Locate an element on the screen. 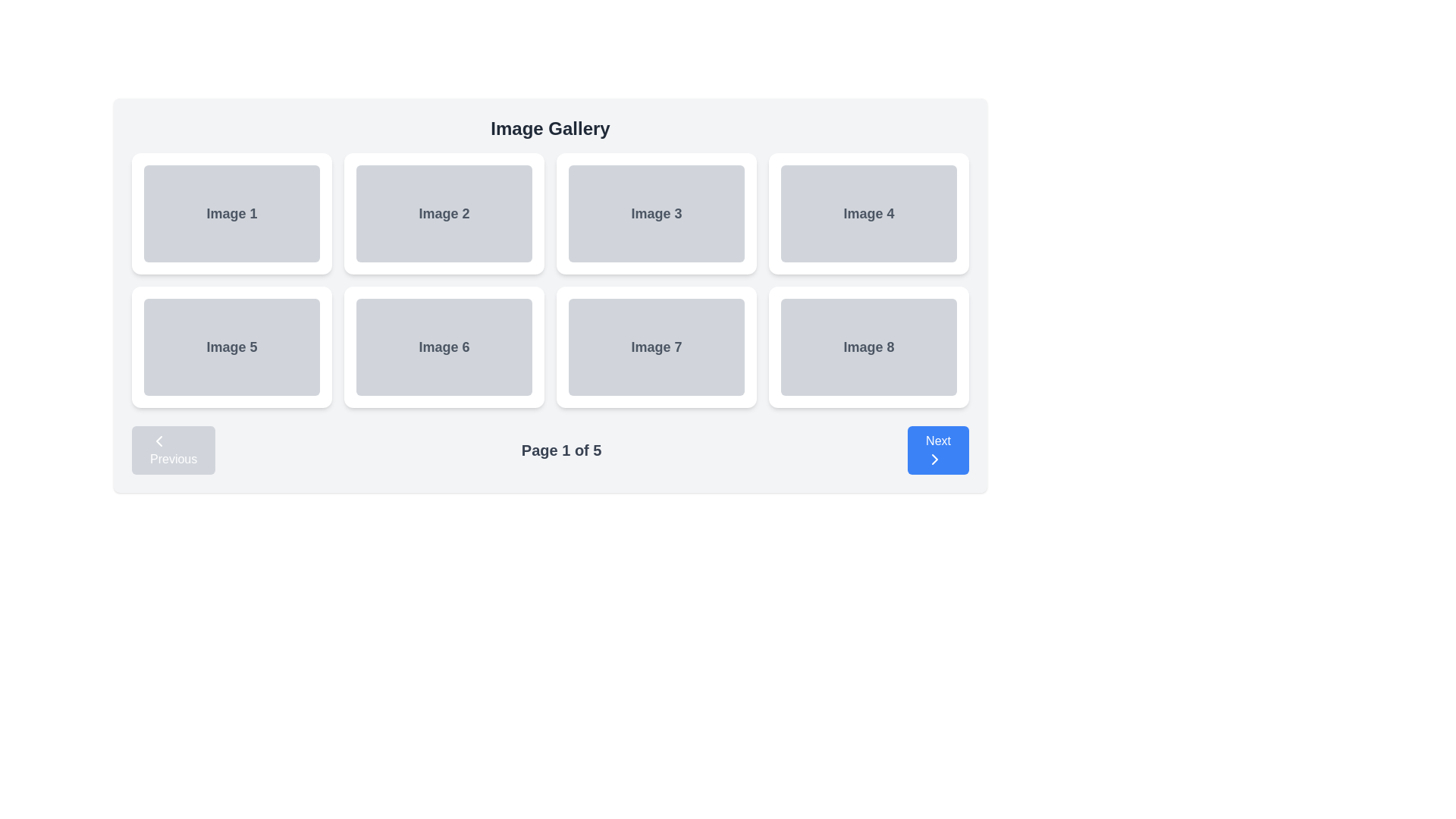 This screenshot has width=1456, height=819. the placeholder element for 'Image 8' which is styled with a gray background and contains bold, dark gray text, located in the last column of the second row in the grid layout is located at coordinates (869, 347).